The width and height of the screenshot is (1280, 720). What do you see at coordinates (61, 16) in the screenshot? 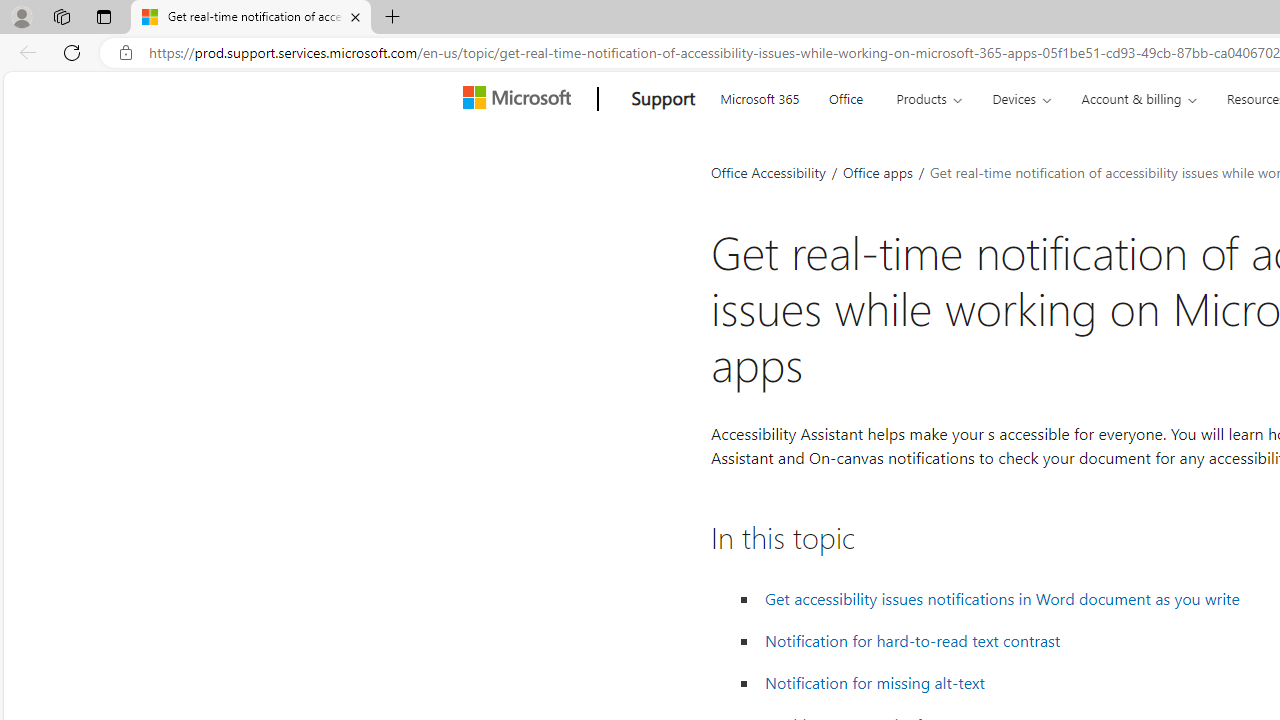
I see `'Workspaces'` at bounding box center [61, 16].